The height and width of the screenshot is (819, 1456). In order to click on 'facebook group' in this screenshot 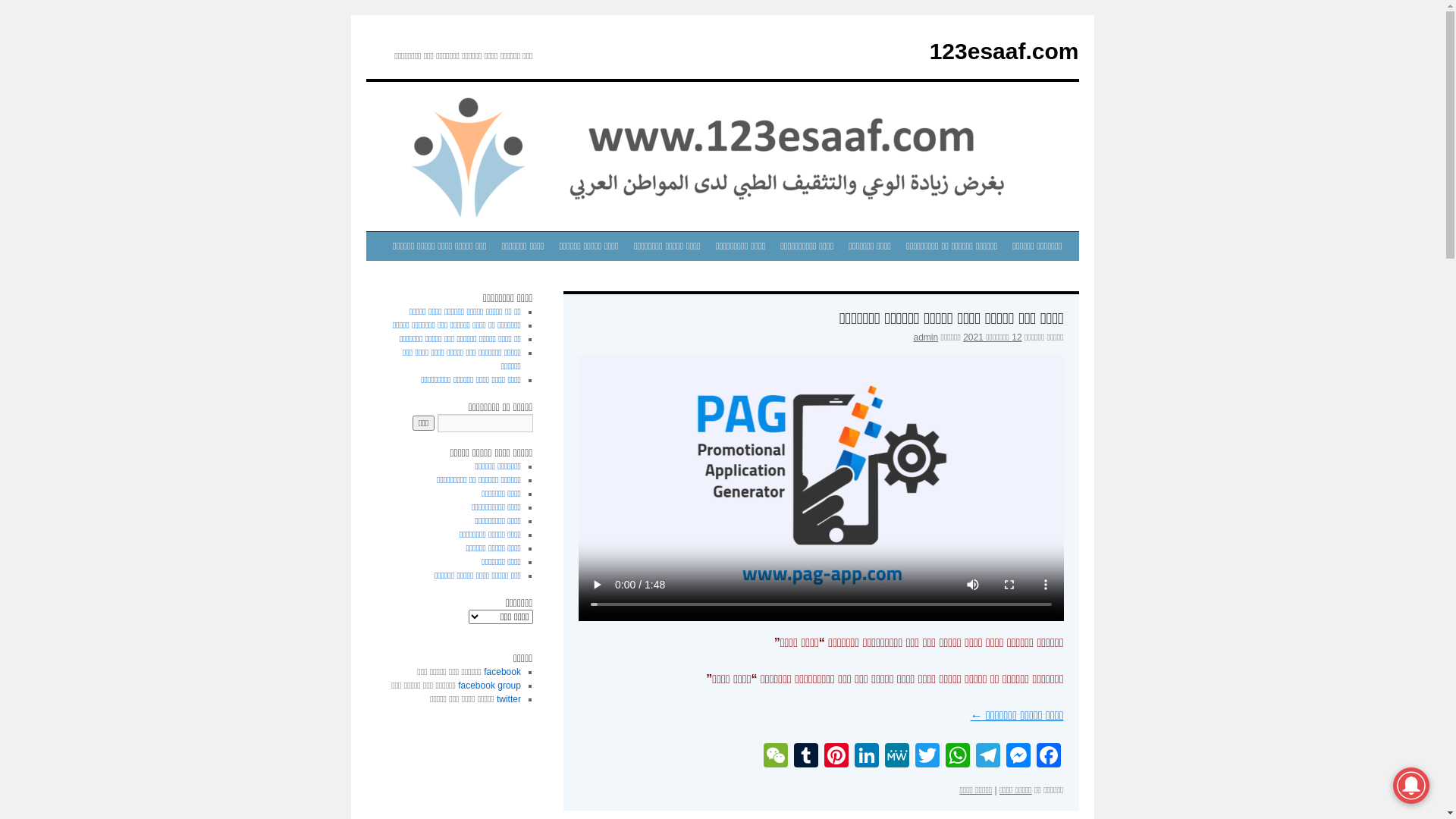, I will do `click(457, 685)`.